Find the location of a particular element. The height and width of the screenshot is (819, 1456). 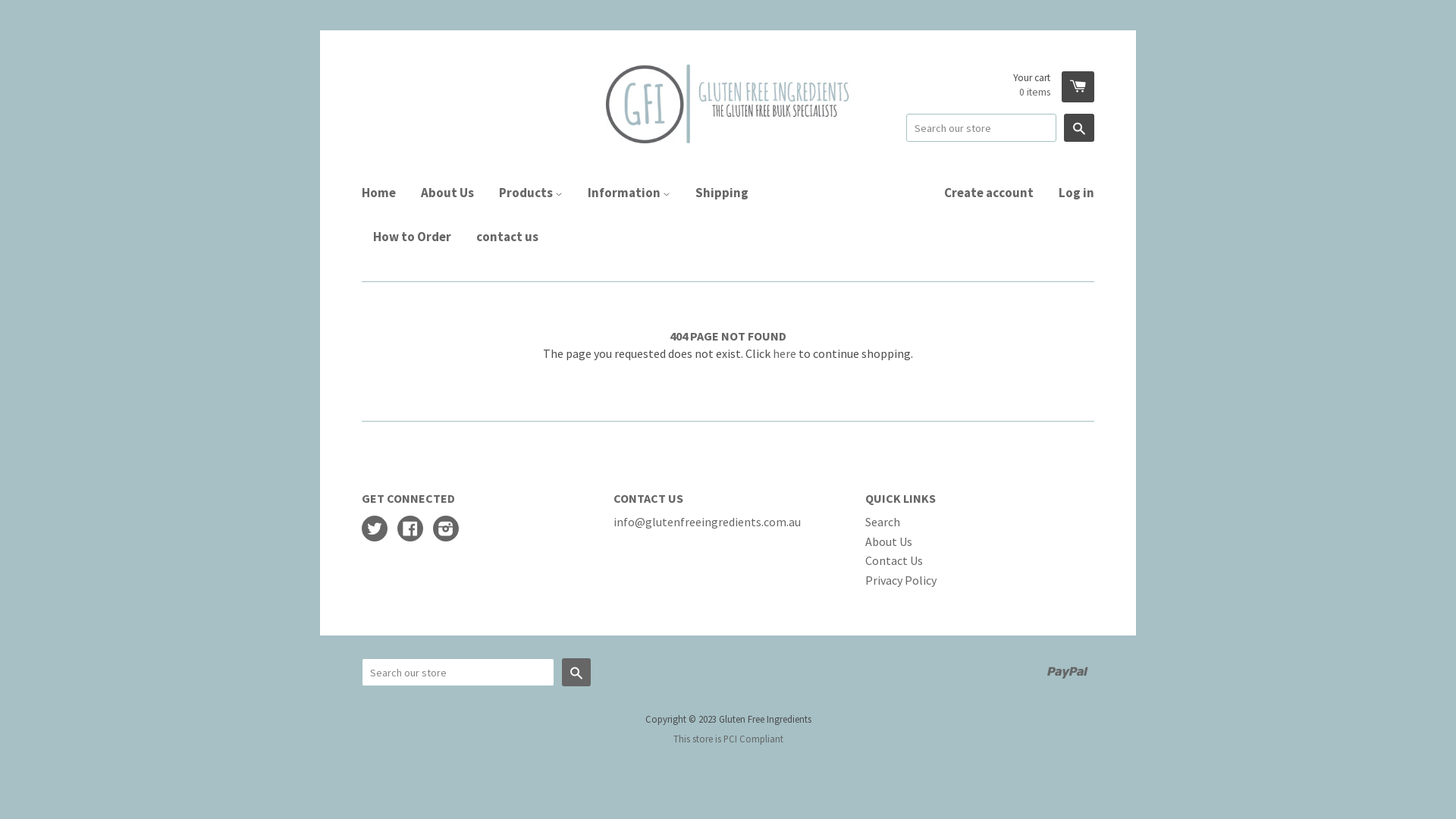

'About Us' is located at coordinates (888, 540).